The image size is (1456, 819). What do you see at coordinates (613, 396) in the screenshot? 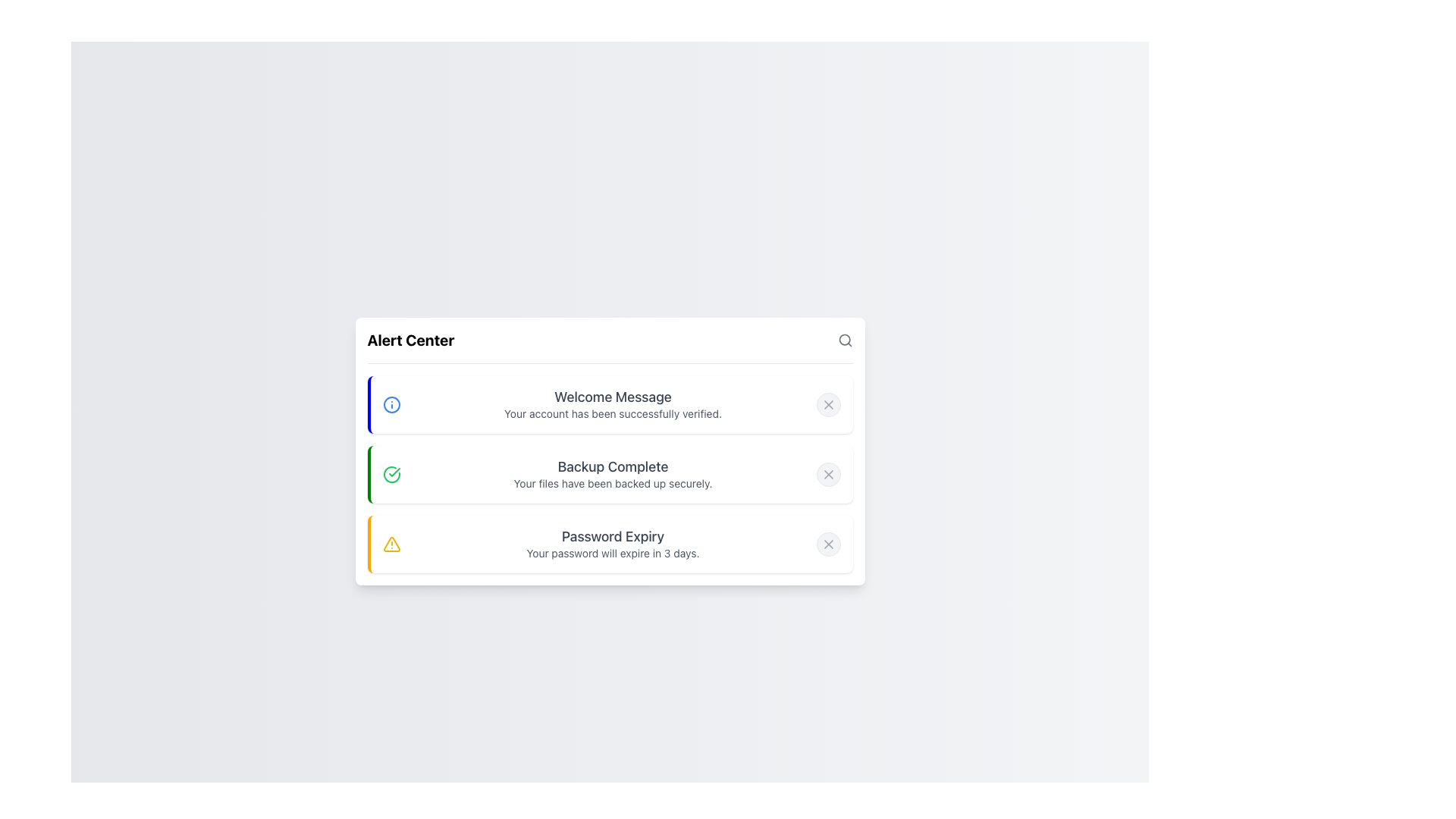
I see `the 'Welcome Message' text label located at the top of the notification card in the 'Alert Center' section` at bounding box center [613, 396].